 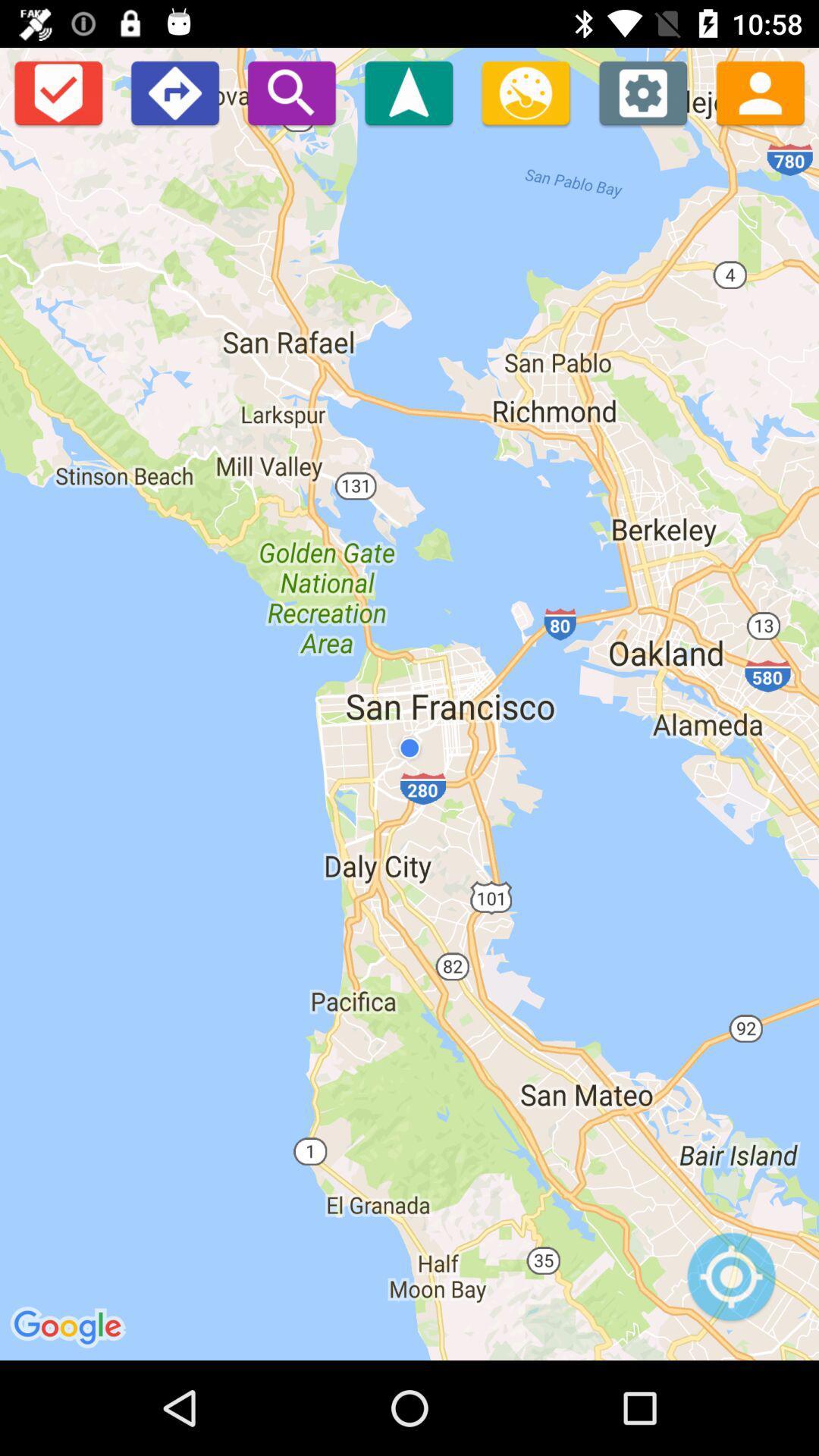 I want to click on the check icon, so click(x=57, y=92).